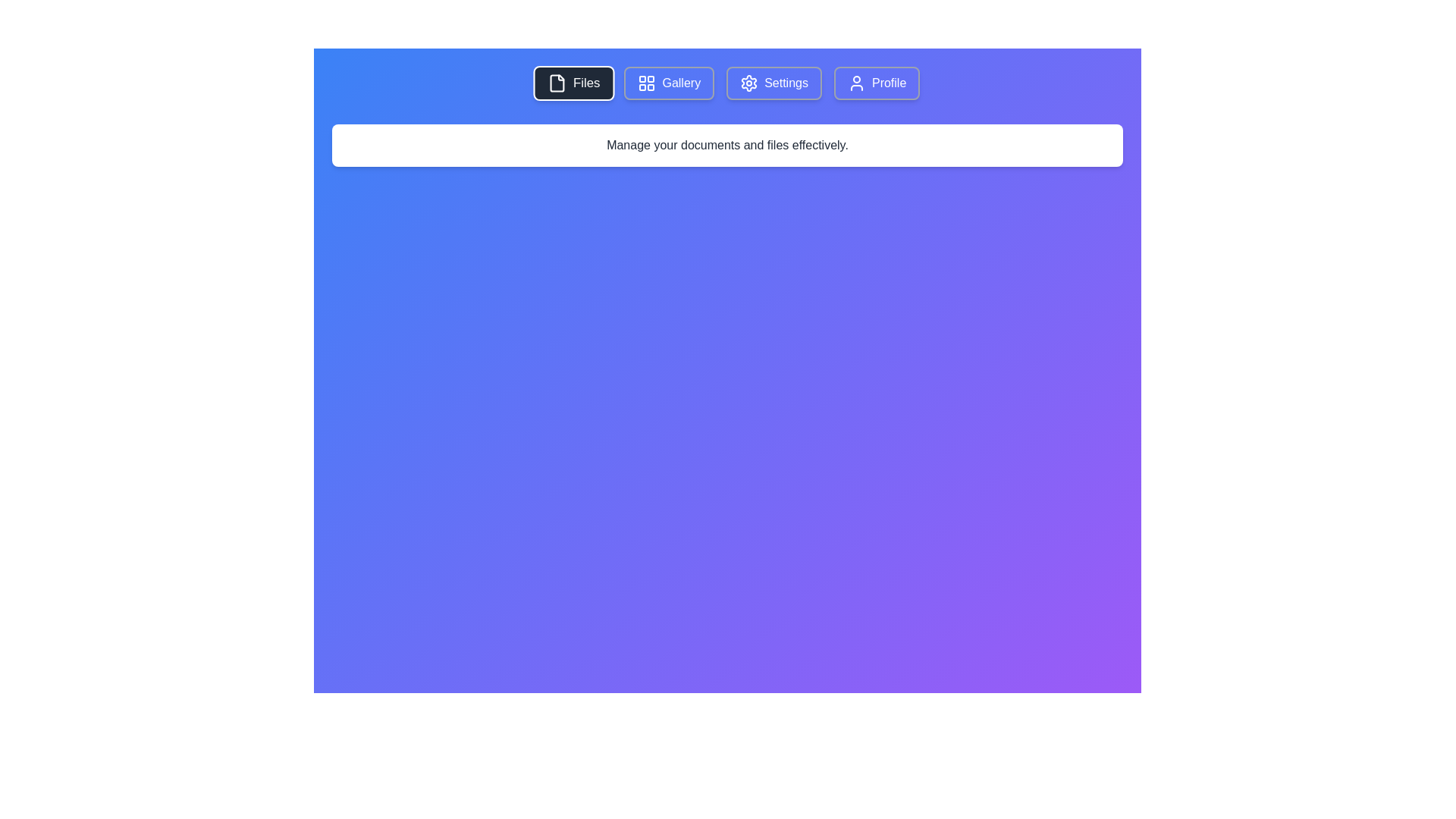  I want to click on the 'Gallery' navigation button in the horizontal navigation bar, so click(668, 83).